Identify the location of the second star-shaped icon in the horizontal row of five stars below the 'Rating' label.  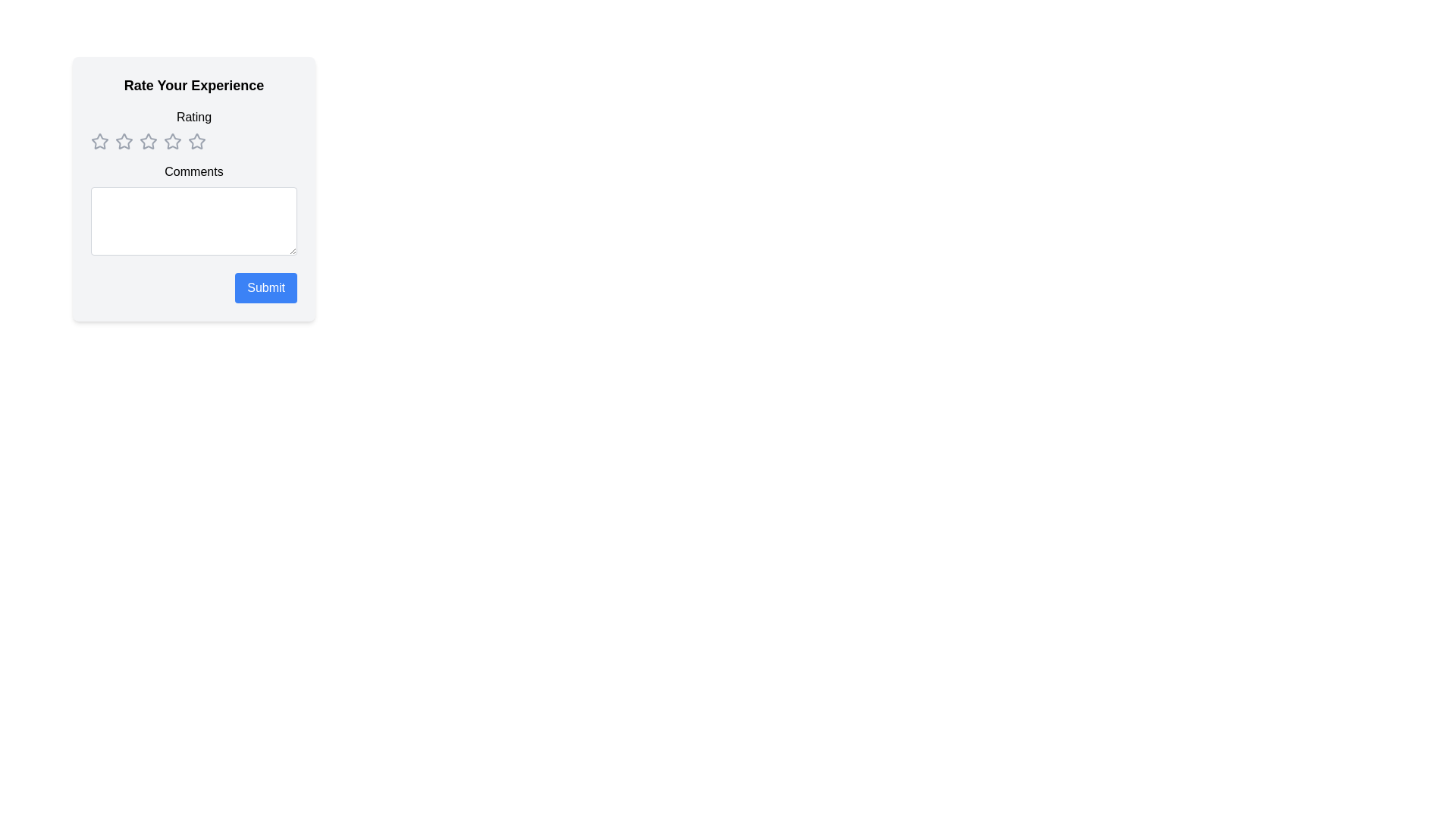
(149, 141).